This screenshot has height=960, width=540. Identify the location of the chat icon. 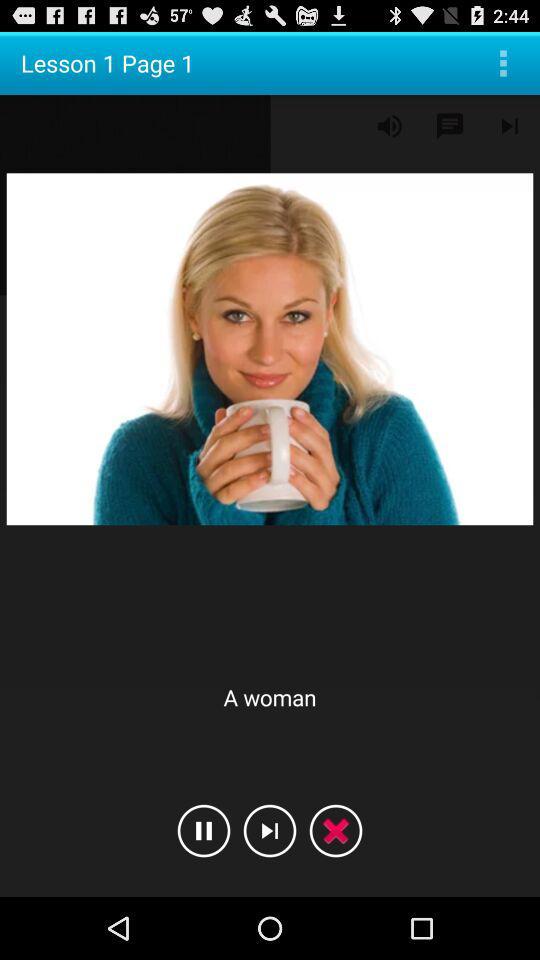
(449, 133).